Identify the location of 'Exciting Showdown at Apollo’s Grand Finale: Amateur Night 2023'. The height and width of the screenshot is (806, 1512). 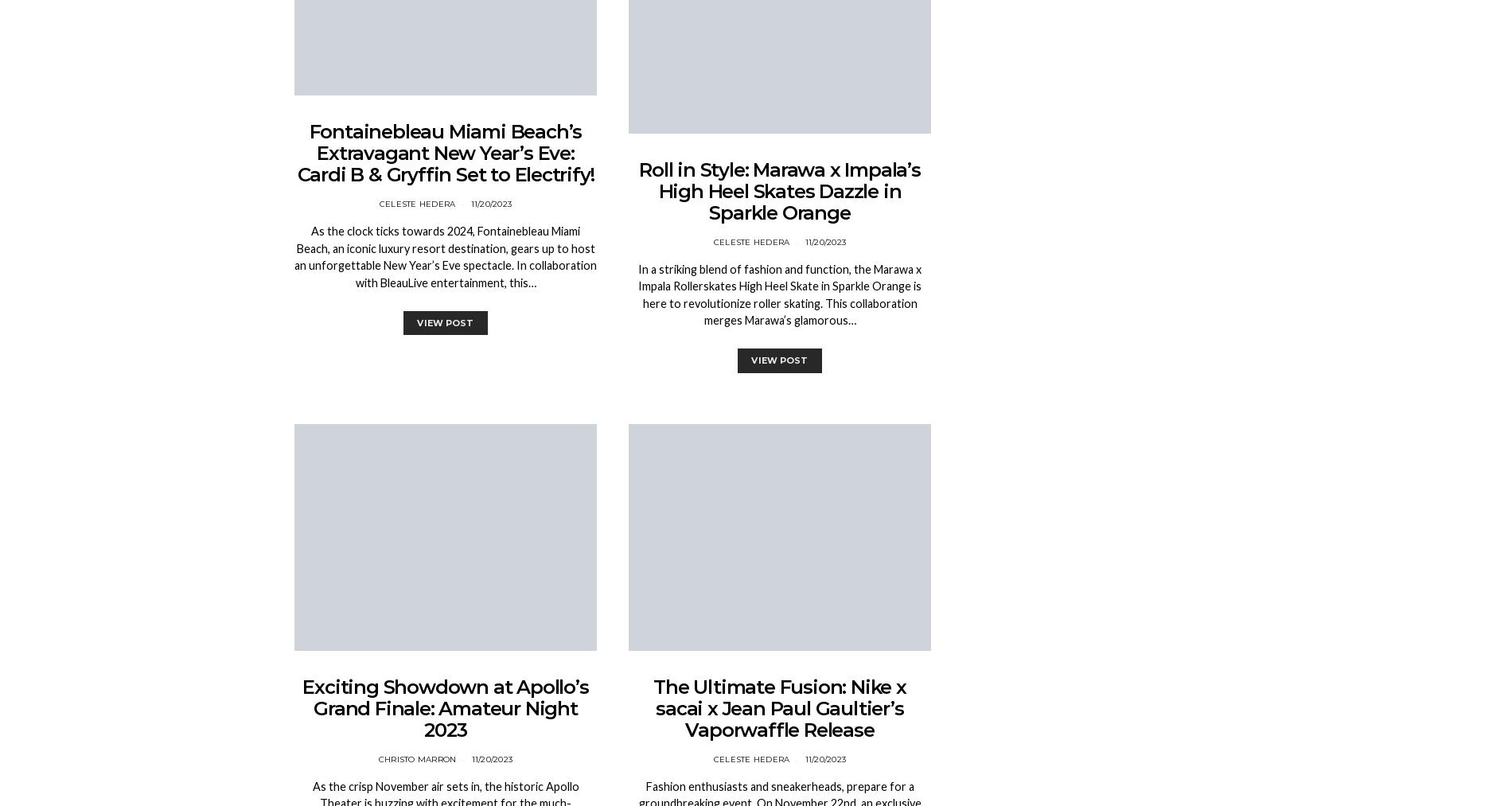
(445, 707).